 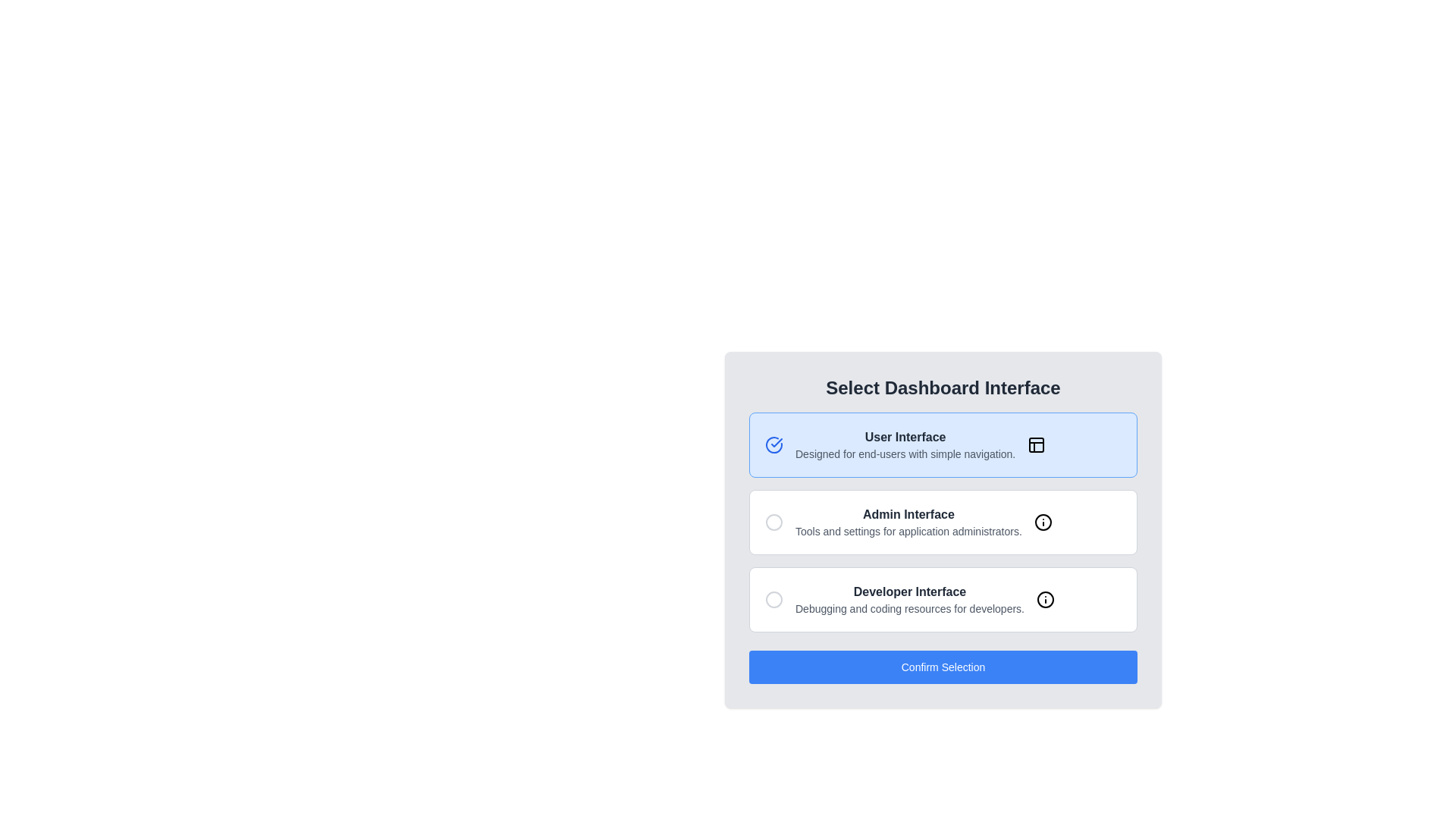 I want to click on the third list item with a radio button labeled 'Developer Interface', so click(x=942, y=598).